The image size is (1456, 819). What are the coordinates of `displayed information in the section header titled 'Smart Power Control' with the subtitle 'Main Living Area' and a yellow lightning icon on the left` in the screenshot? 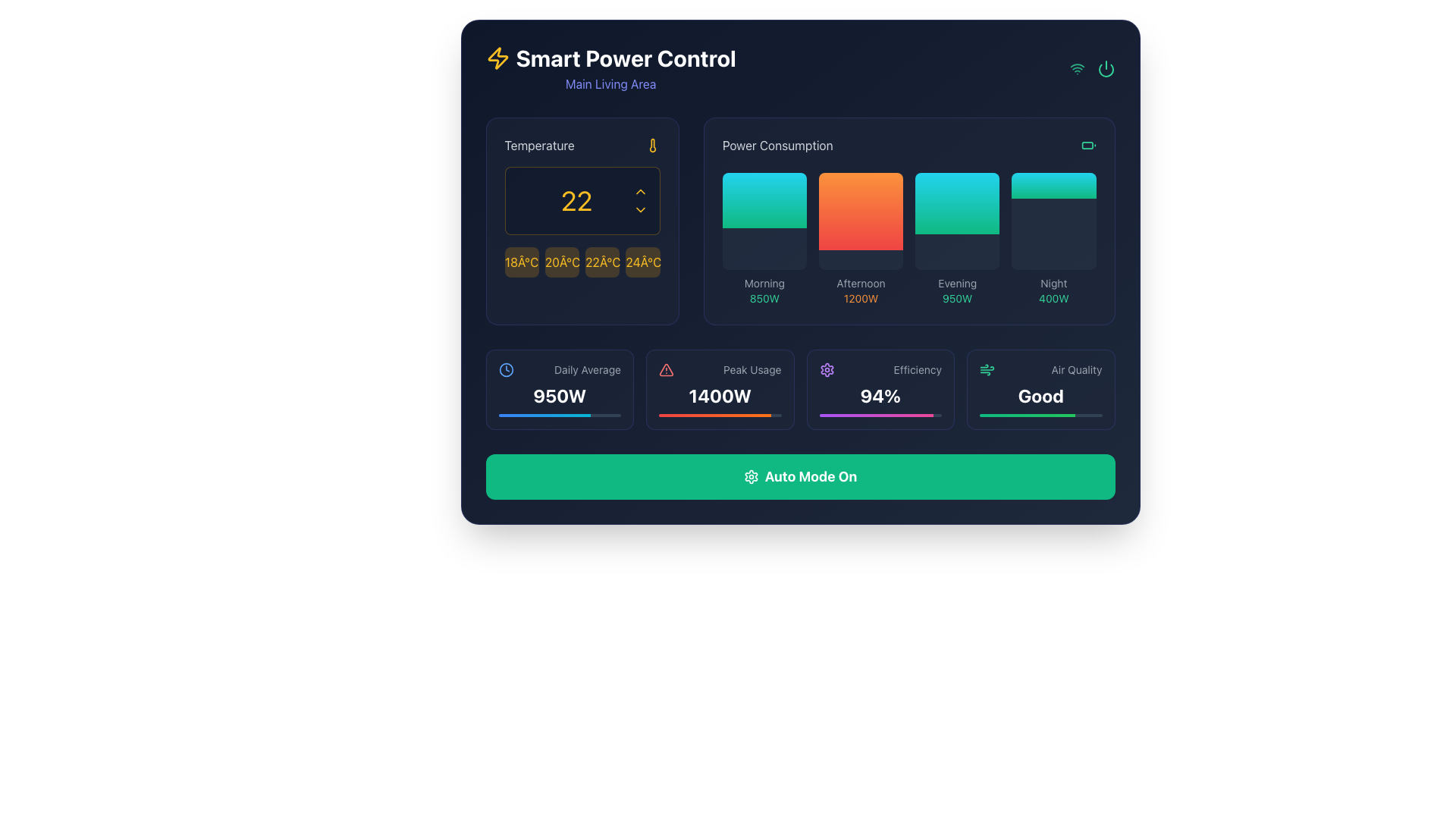 It's located at (610, 69).